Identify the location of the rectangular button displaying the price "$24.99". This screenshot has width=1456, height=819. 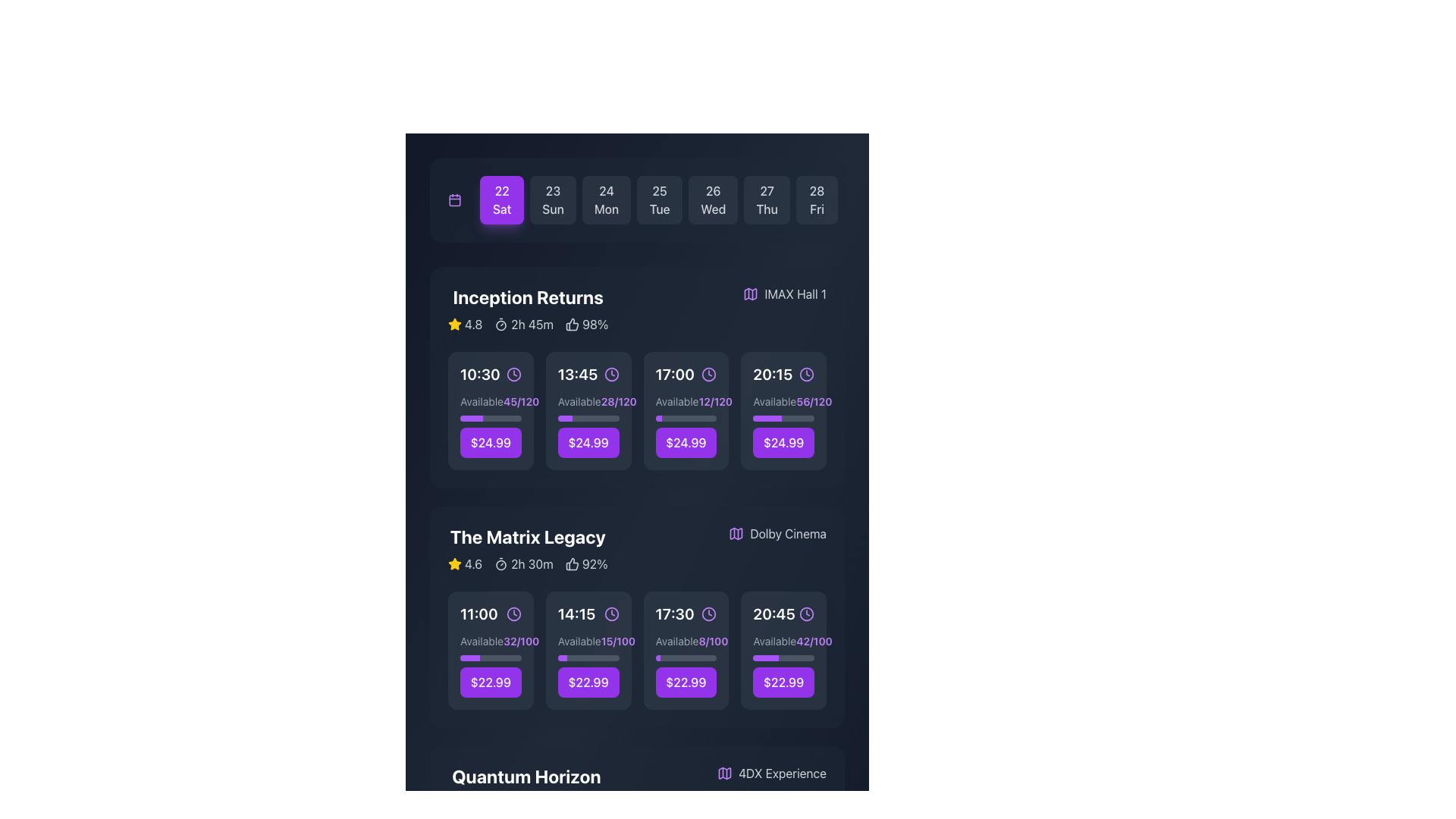
(588, 442).